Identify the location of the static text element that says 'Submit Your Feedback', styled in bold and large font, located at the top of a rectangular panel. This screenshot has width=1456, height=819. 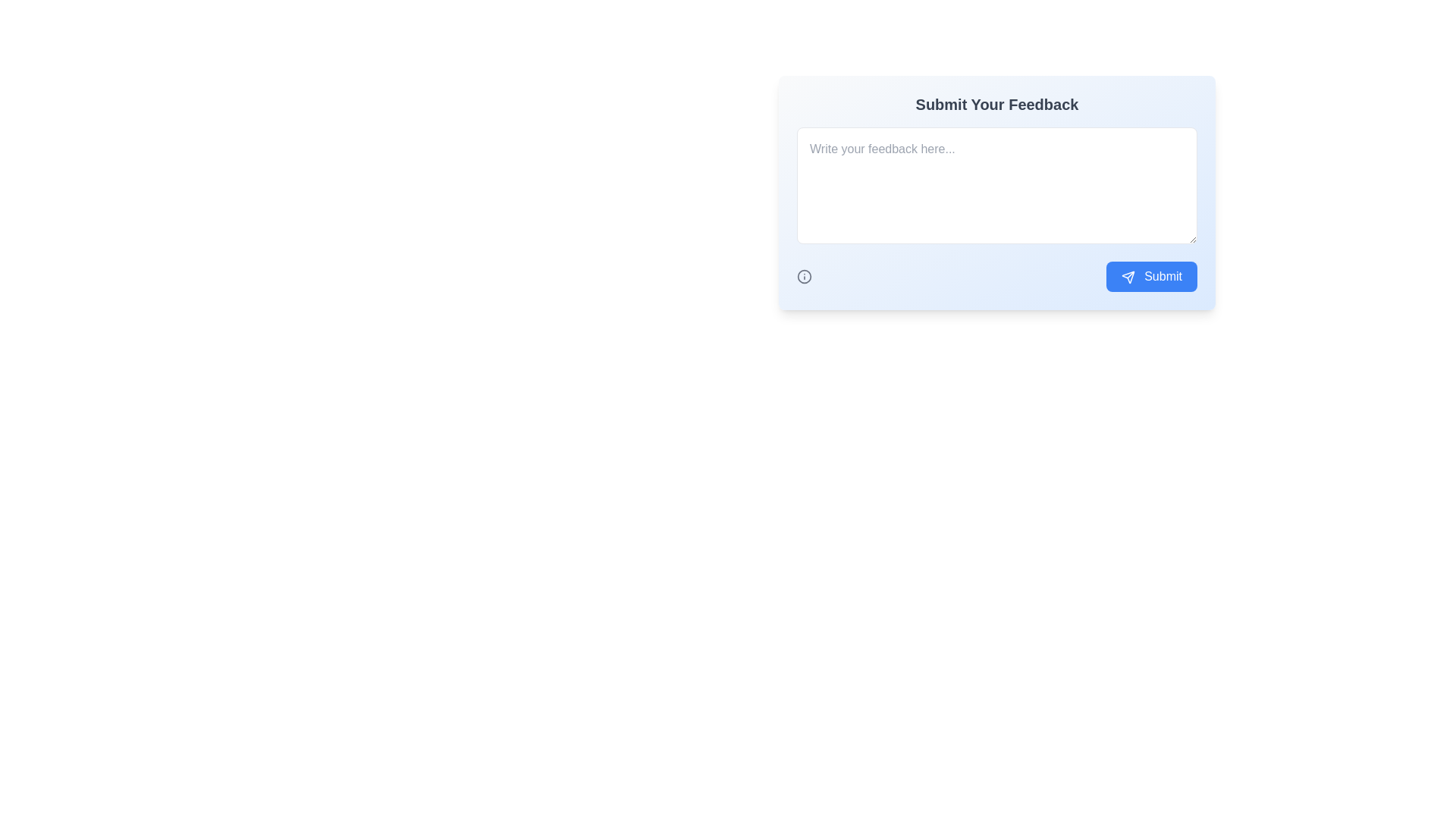
(997, 104).